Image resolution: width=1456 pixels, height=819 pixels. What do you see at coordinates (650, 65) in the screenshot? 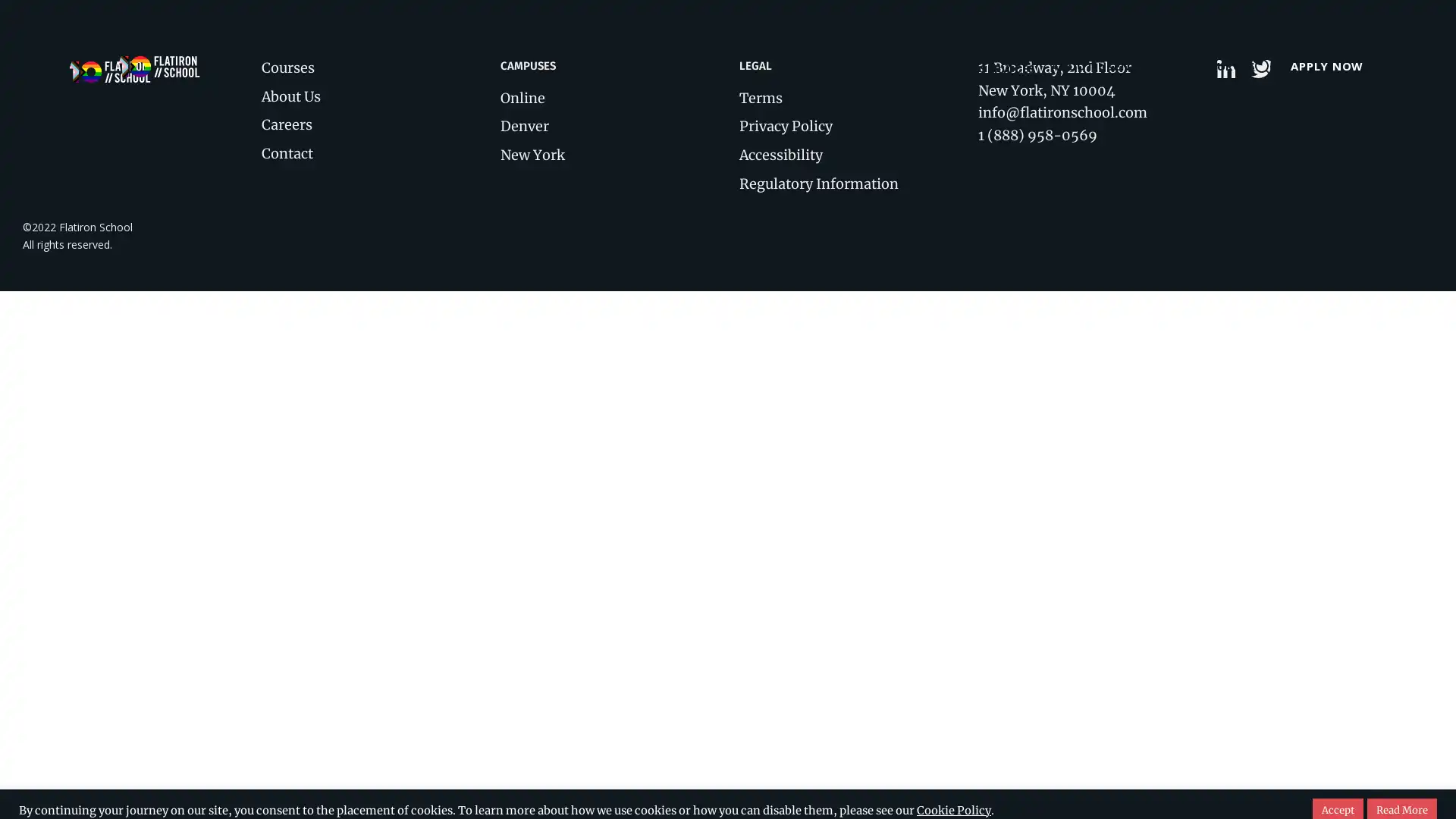
I see `COURSES` at bounding box center [650, 65].